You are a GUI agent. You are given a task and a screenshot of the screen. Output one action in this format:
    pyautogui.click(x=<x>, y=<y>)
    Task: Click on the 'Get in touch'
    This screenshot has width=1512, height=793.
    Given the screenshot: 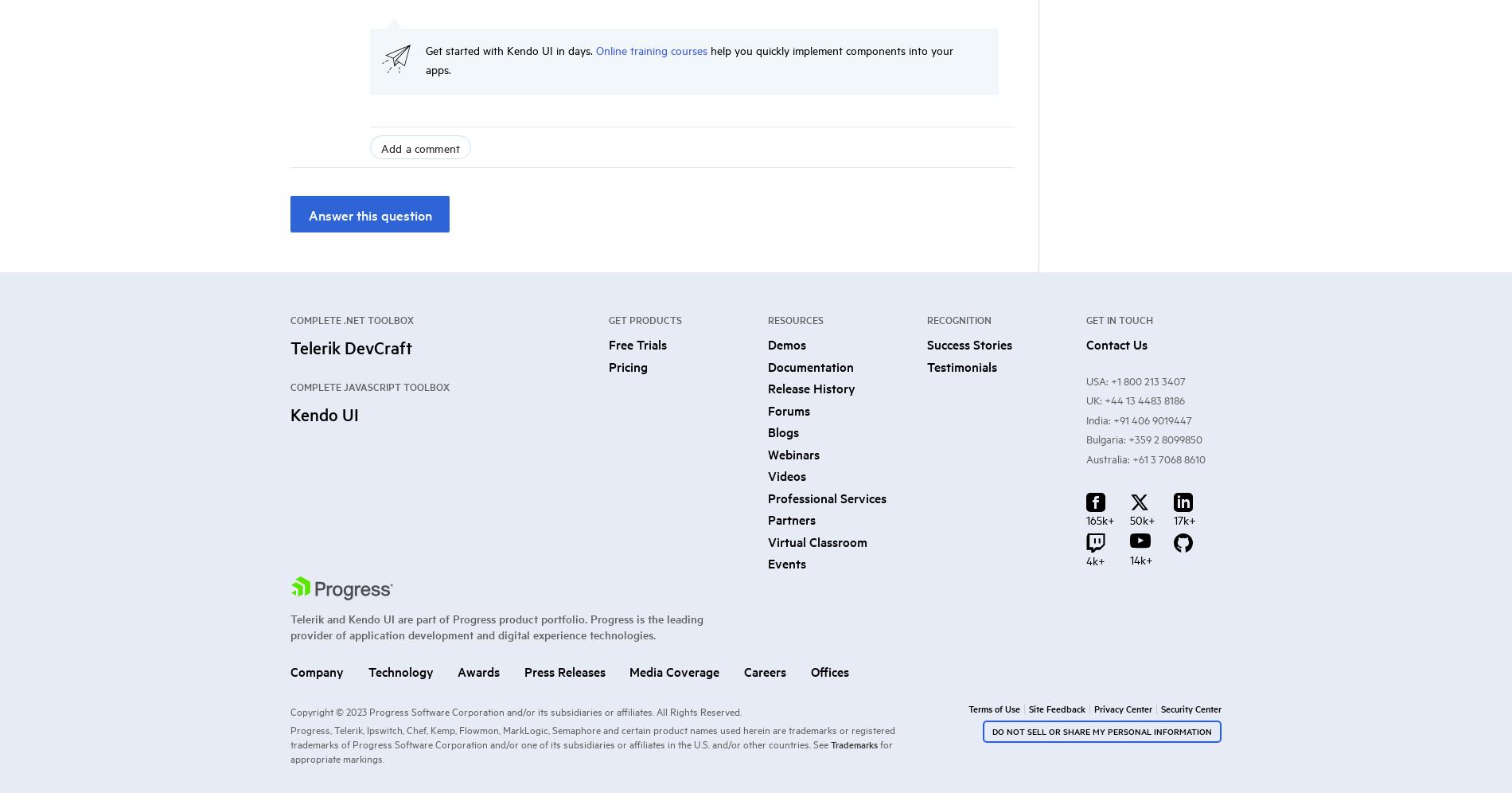 What is the action you would take?
    pyautogui.click(x=1118, y=318)
    